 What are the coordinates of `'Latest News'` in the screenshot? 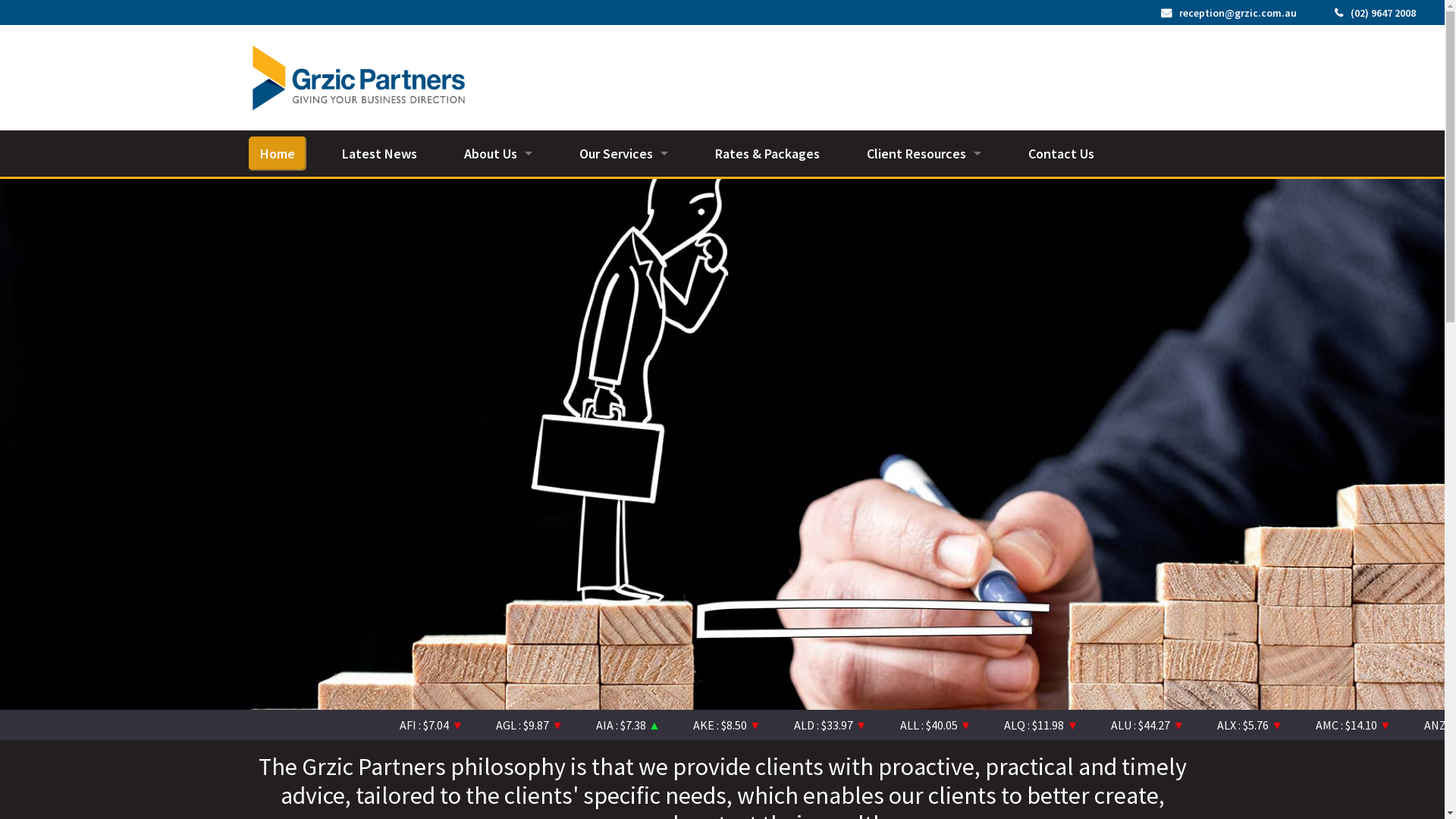 It's located at (330, 153).